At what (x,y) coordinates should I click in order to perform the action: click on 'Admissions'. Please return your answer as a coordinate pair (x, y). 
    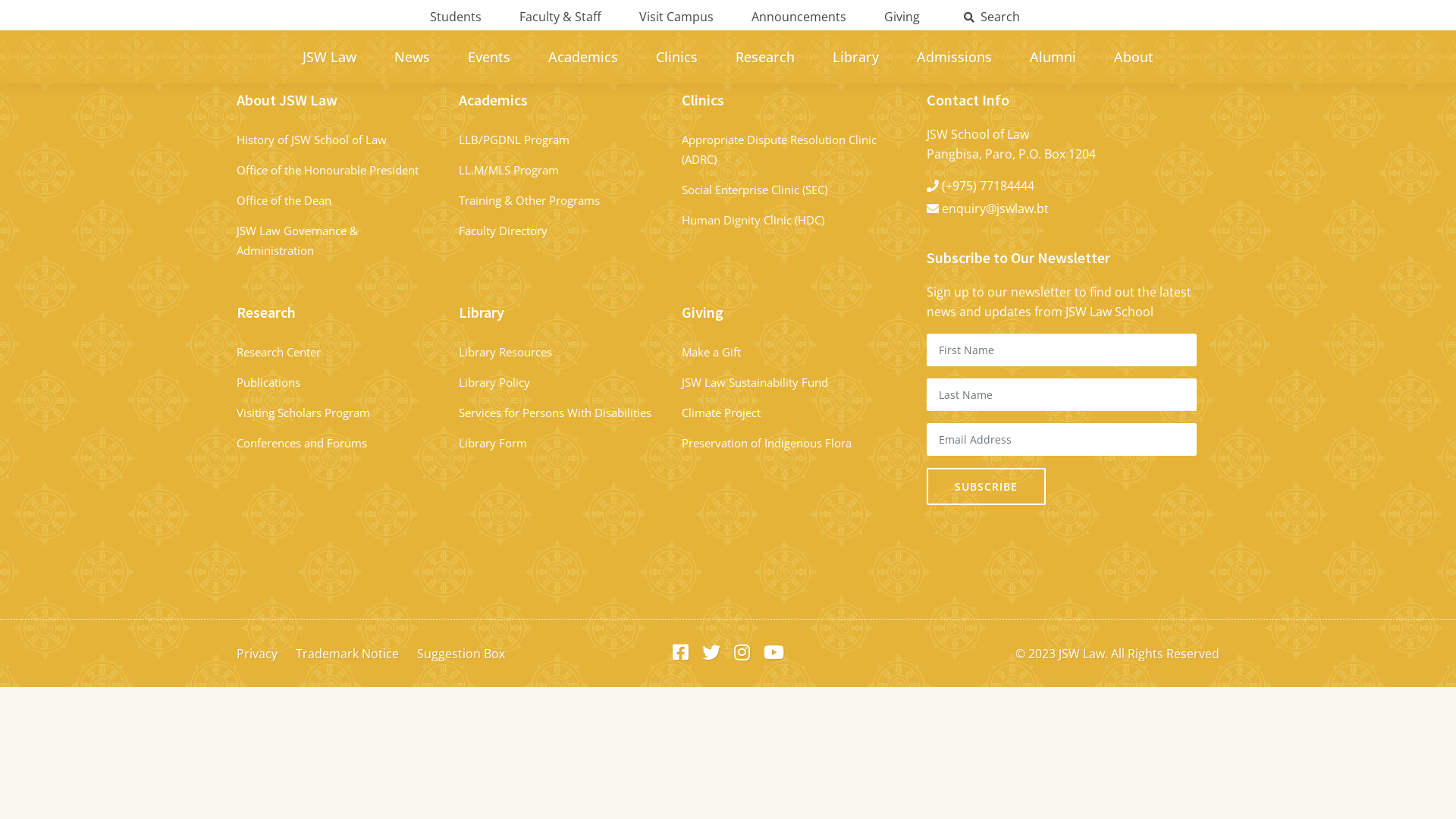
    Looking at the image, I should click on (953, 55).